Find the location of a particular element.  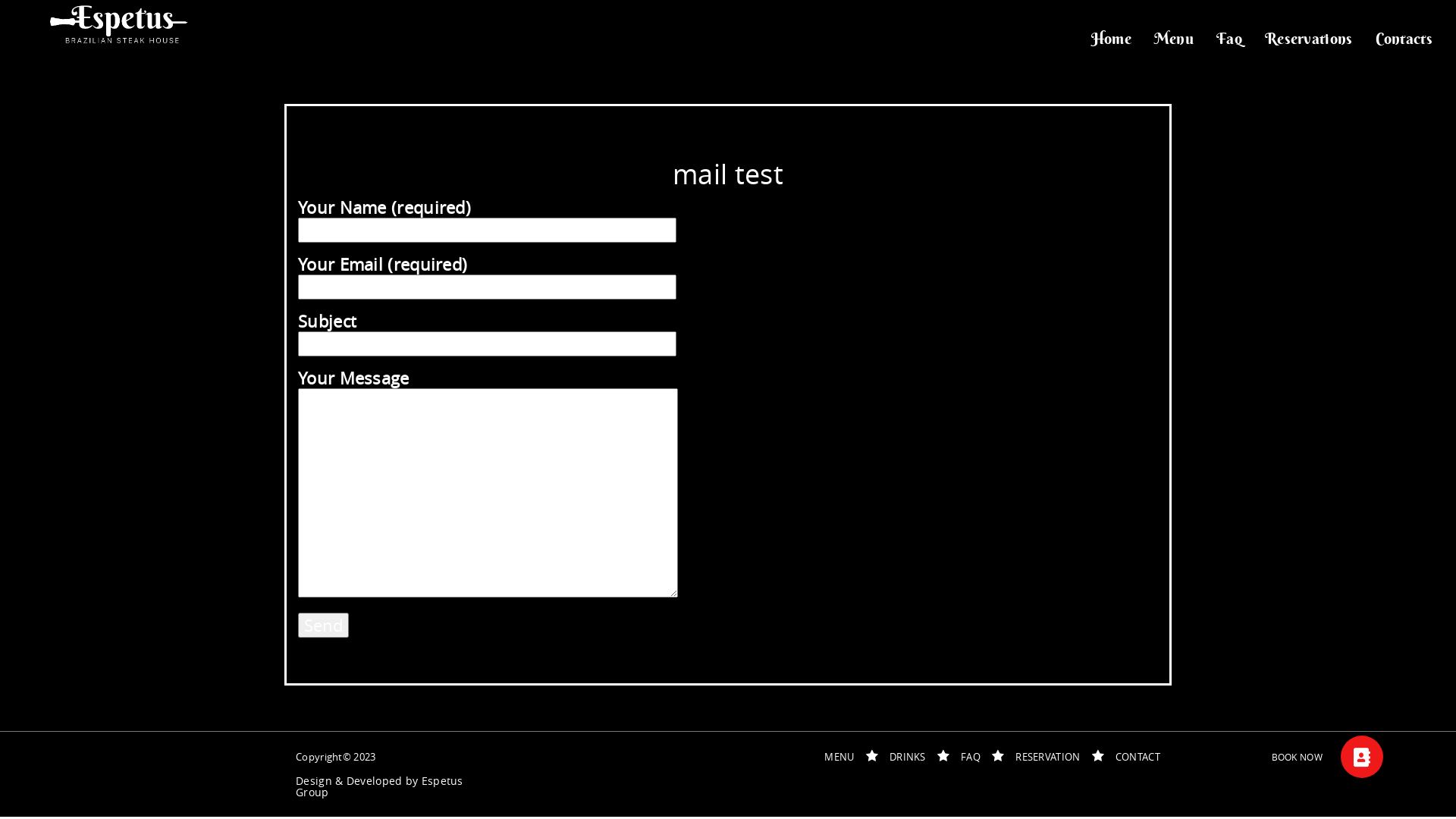

'Faq' is located at coordinates (1229, 37).